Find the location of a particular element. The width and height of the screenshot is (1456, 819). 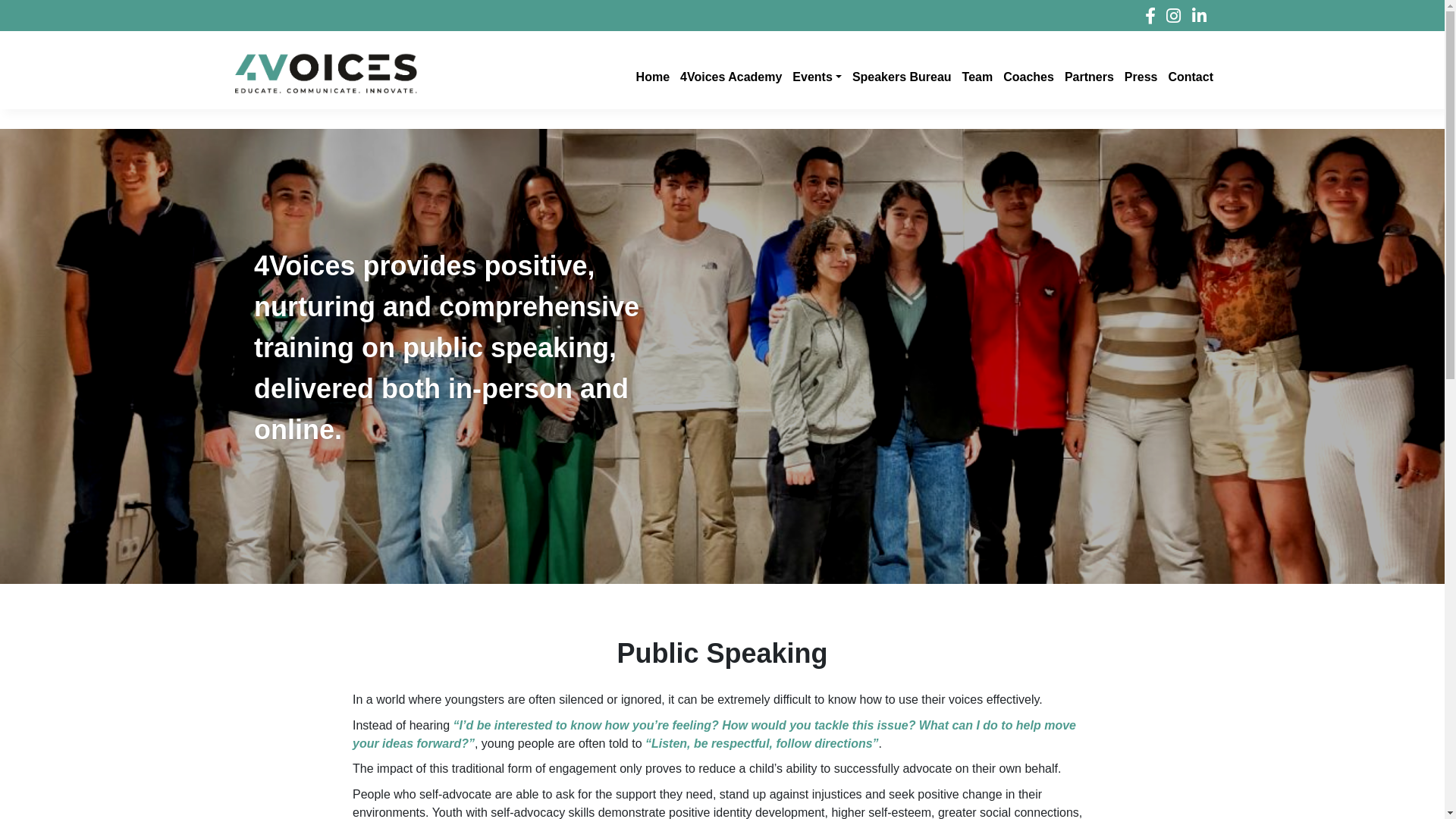

'Home' is located at coordinates (651, 74).